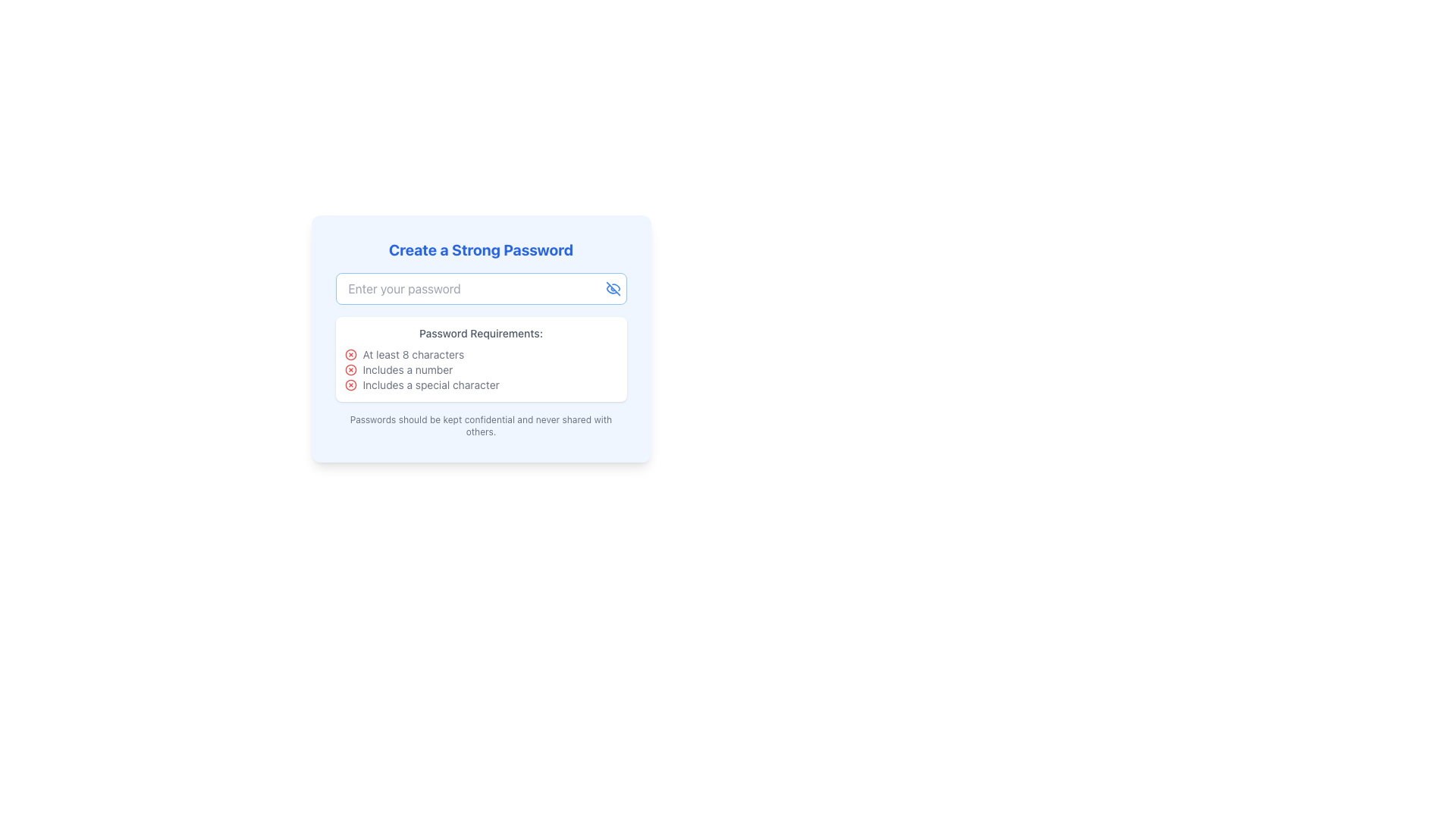 The height and width of the screenshot is (819, 1456). I want to click on the graphical indicator (circle) that visually indicates an error or unmet requirement, positioned in the upper part of the password requirements section within a dialog box, so click(350, 370).